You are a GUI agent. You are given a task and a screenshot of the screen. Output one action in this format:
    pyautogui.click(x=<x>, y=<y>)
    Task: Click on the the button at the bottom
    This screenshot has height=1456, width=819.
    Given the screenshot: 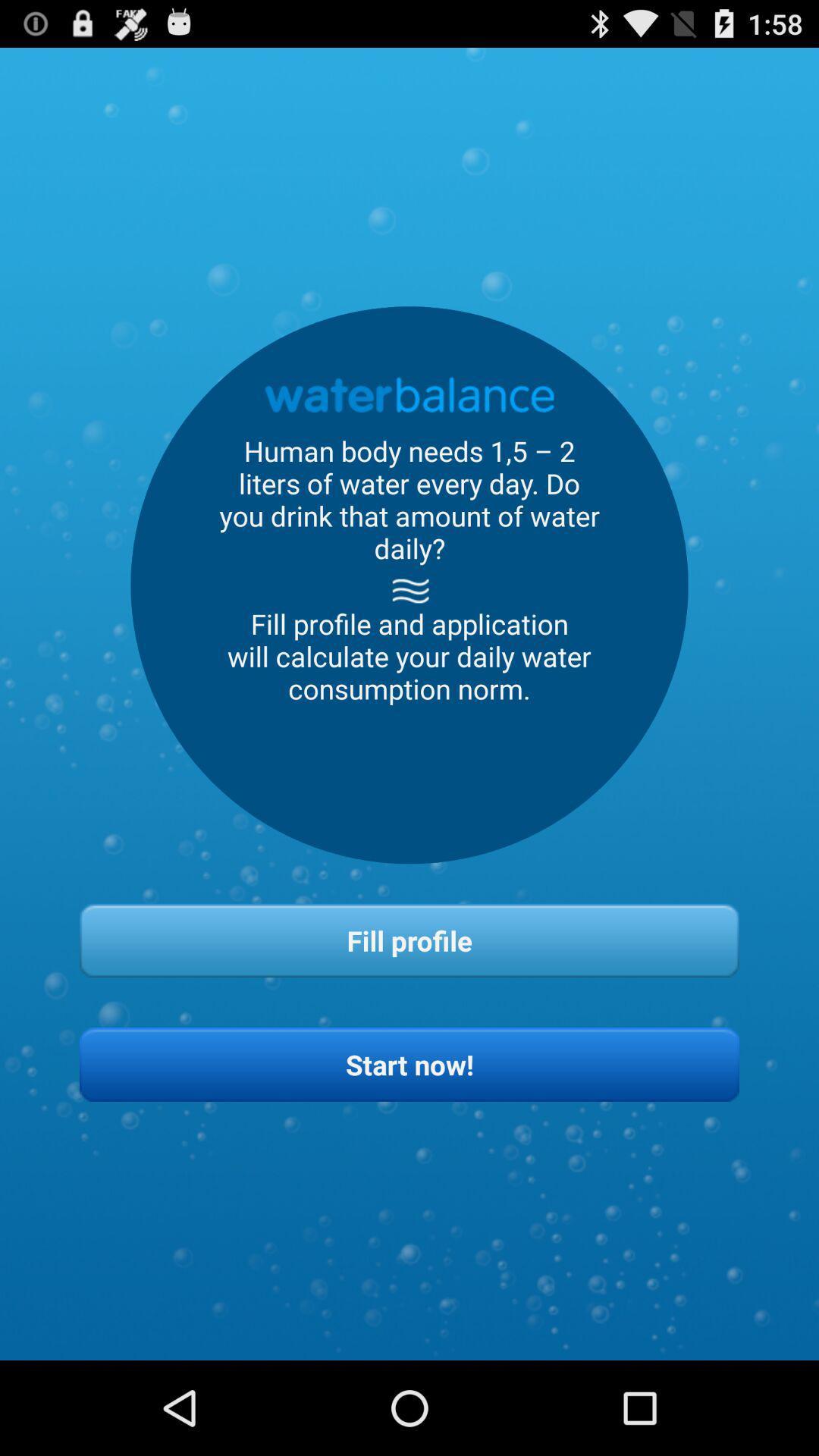 What is the action you would take?
    pyautogui.click(x=409, y=1063)
    